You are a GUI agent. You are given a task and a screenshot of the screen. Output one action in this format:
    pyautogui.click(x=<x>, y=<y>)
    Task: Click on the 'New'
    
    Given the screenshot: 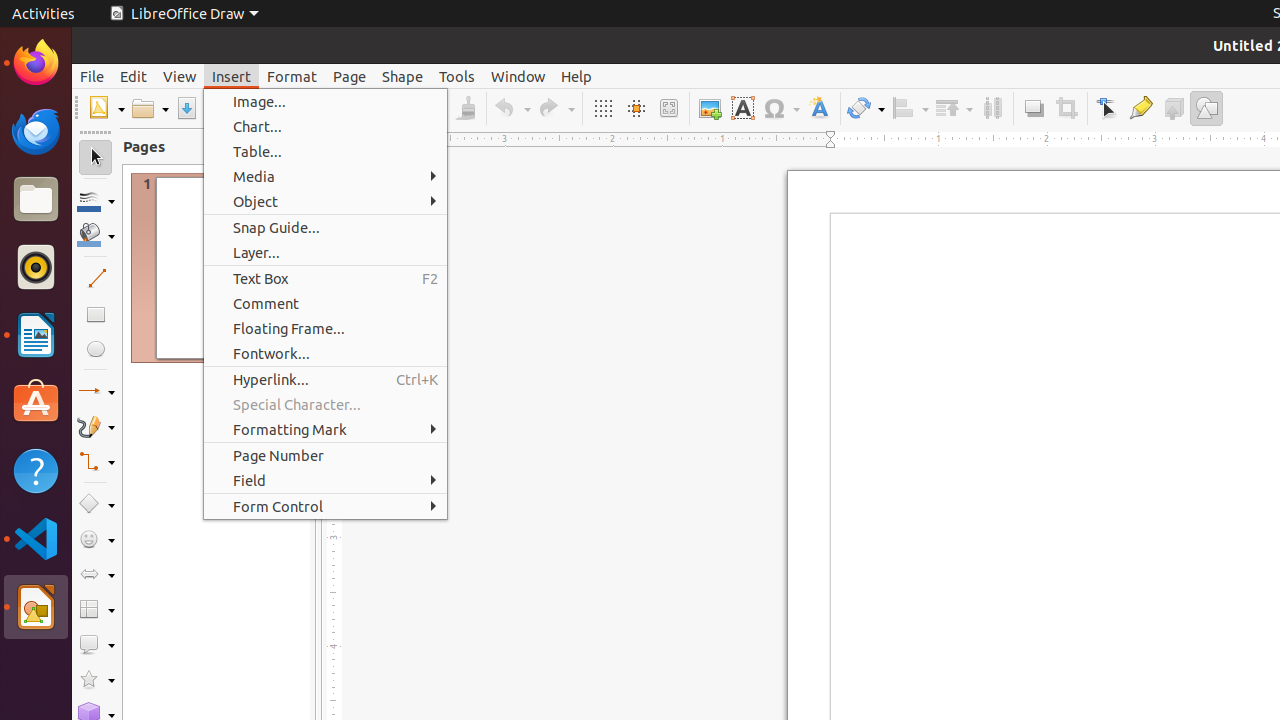 What is the action you would take?
    pyautogui.click(x=104, y=108)
    